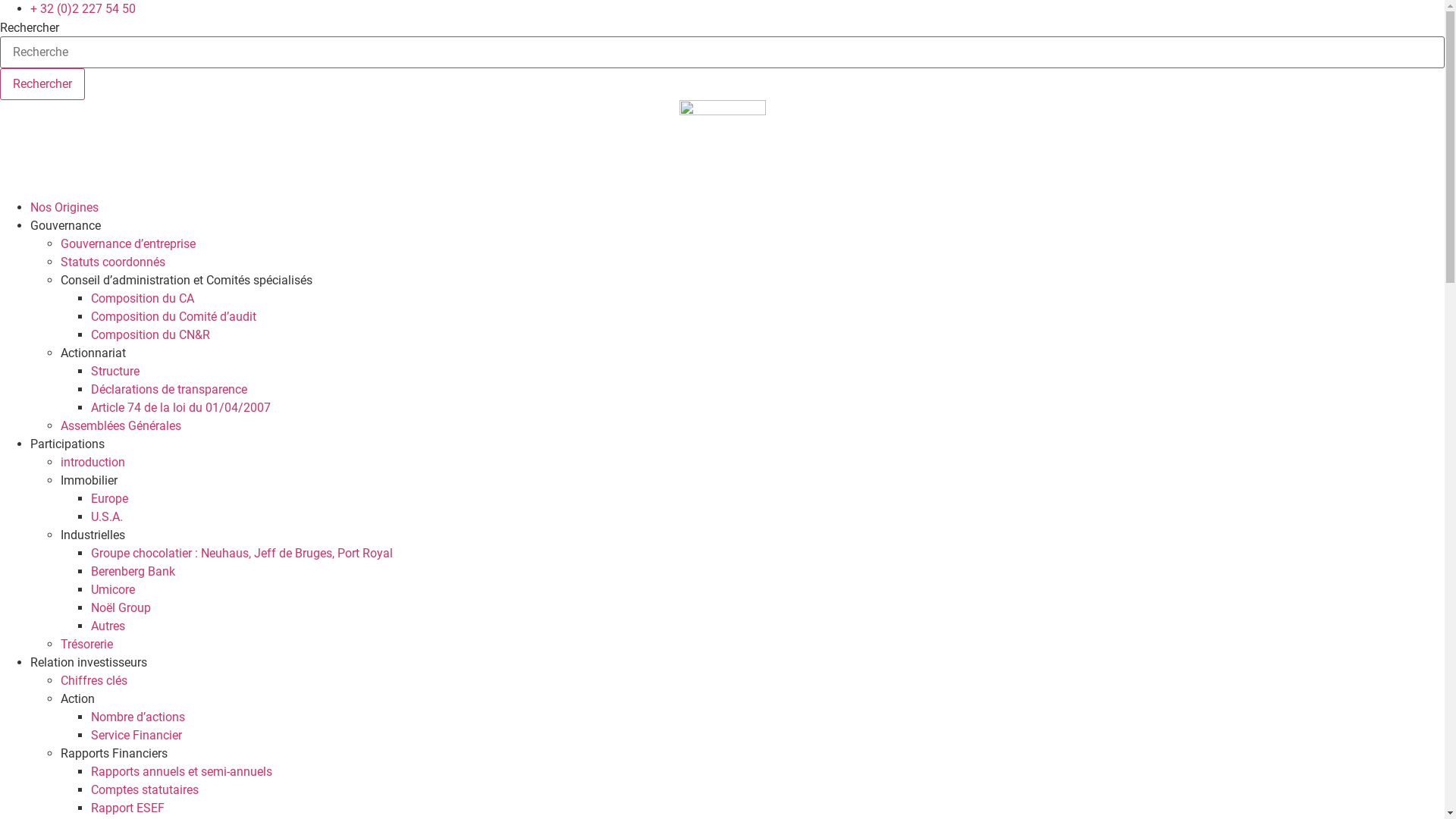 This screenshot has height=819, width=1456. Describe the element at coordinates (115, 371) in the screenshot. I see `'Structure'` at that location.